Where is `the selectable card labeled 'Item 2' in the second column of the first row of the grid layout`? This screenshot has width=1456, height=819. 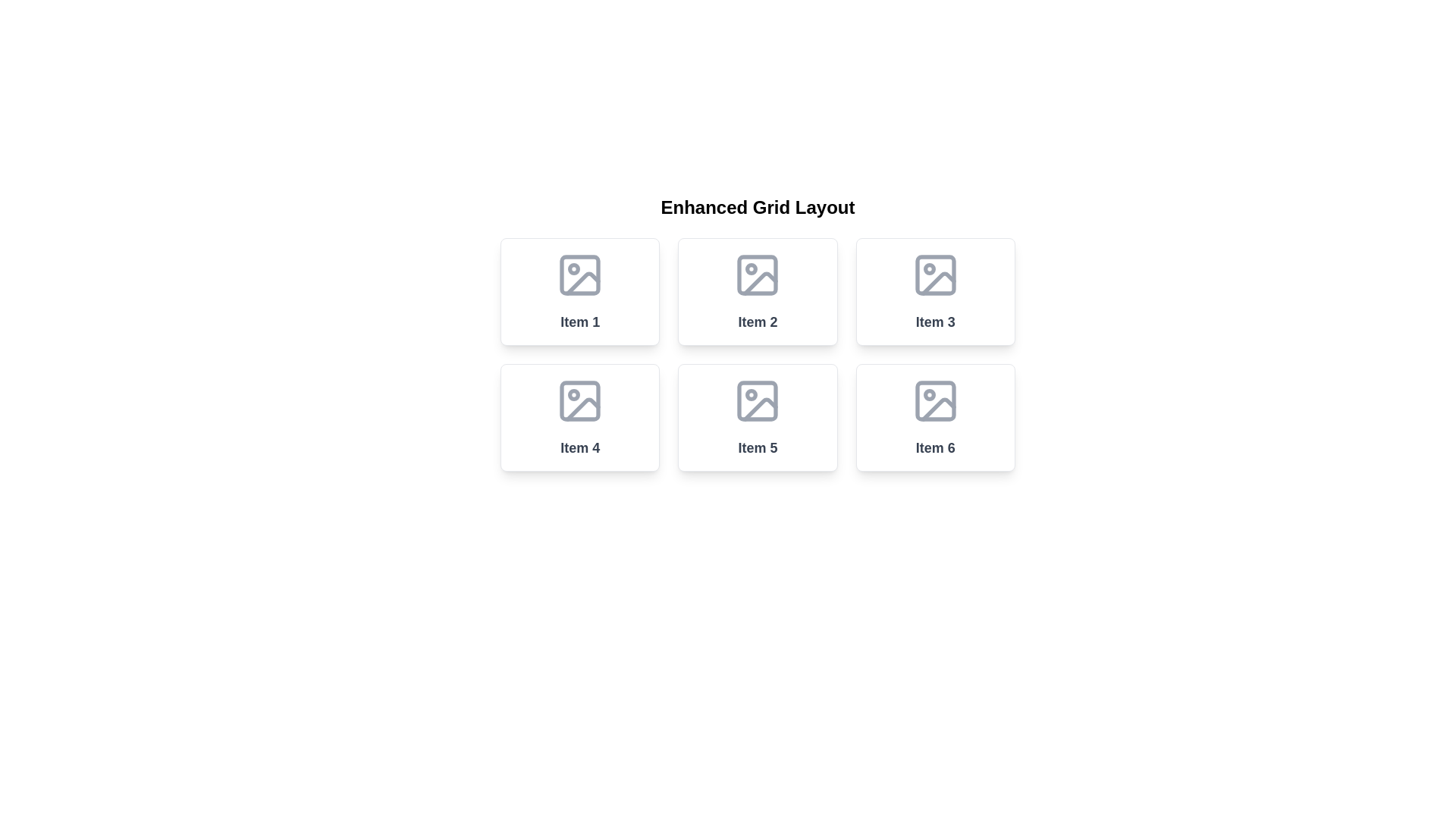
the selectable card labeled 'Item 2' in the second column of the first row of the grid layout is located at coordinates (758, 292).